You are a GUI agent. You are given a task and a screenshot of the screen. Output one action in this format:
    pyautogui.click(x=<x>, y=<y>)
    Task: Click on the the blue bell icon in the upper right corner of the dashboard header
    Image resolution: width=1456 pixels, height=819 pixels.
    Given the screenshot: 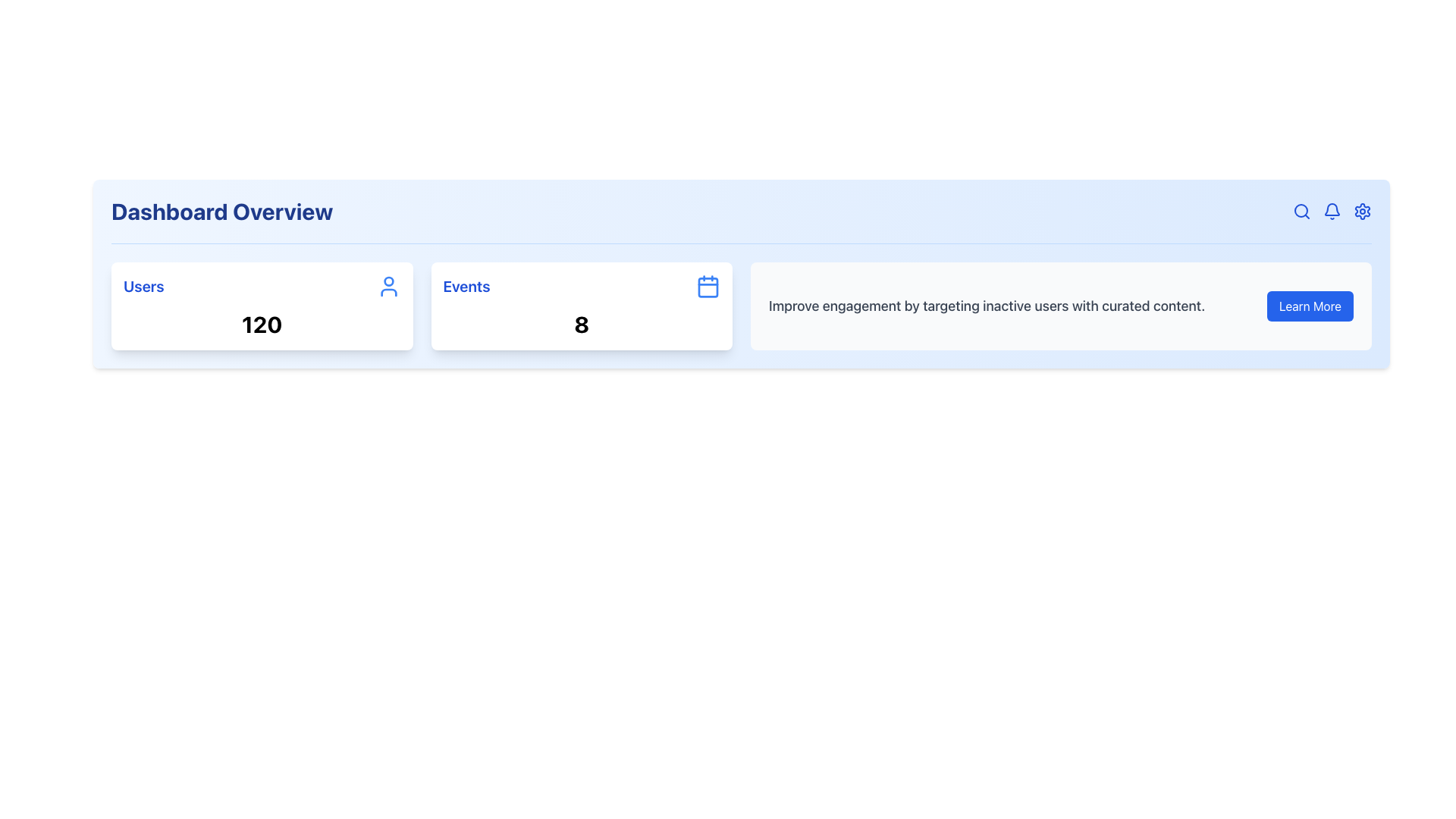 What is the action you would take?
    pyautogui.click(x=1331, y=211)
    